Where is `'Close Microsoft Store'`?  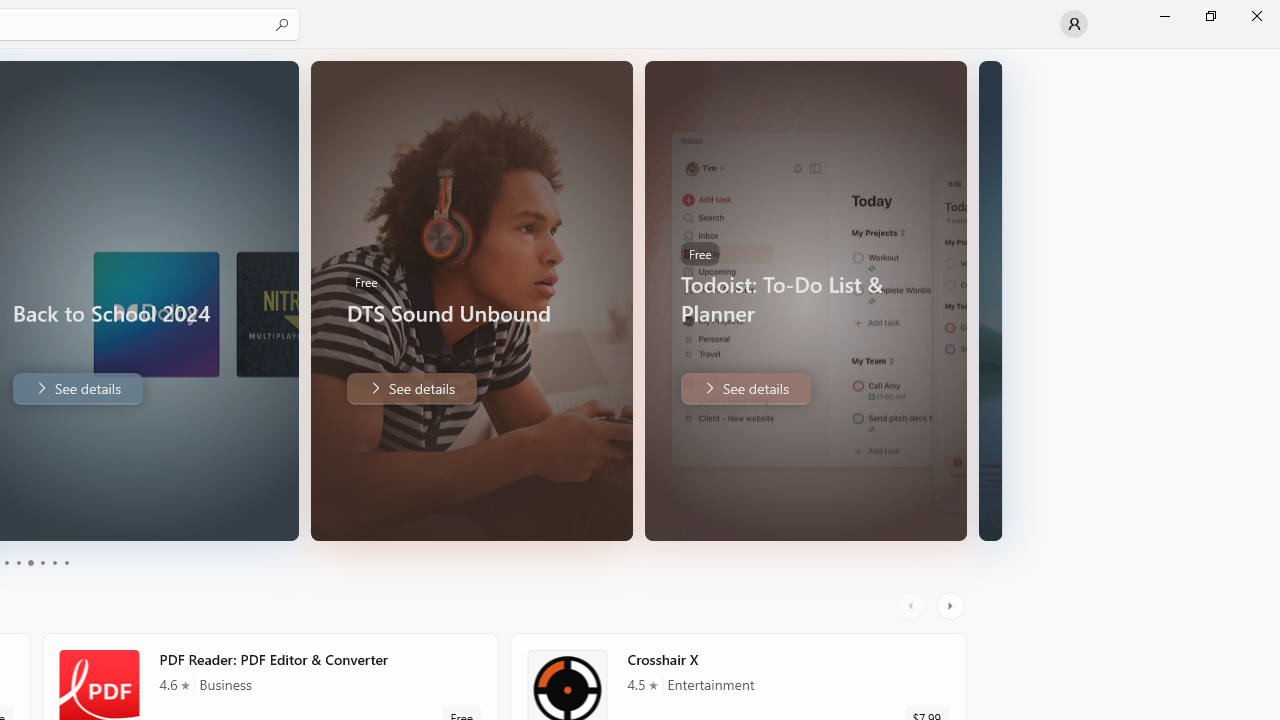 'Close Microsoft Store' is located at coordinates (1255, 15).